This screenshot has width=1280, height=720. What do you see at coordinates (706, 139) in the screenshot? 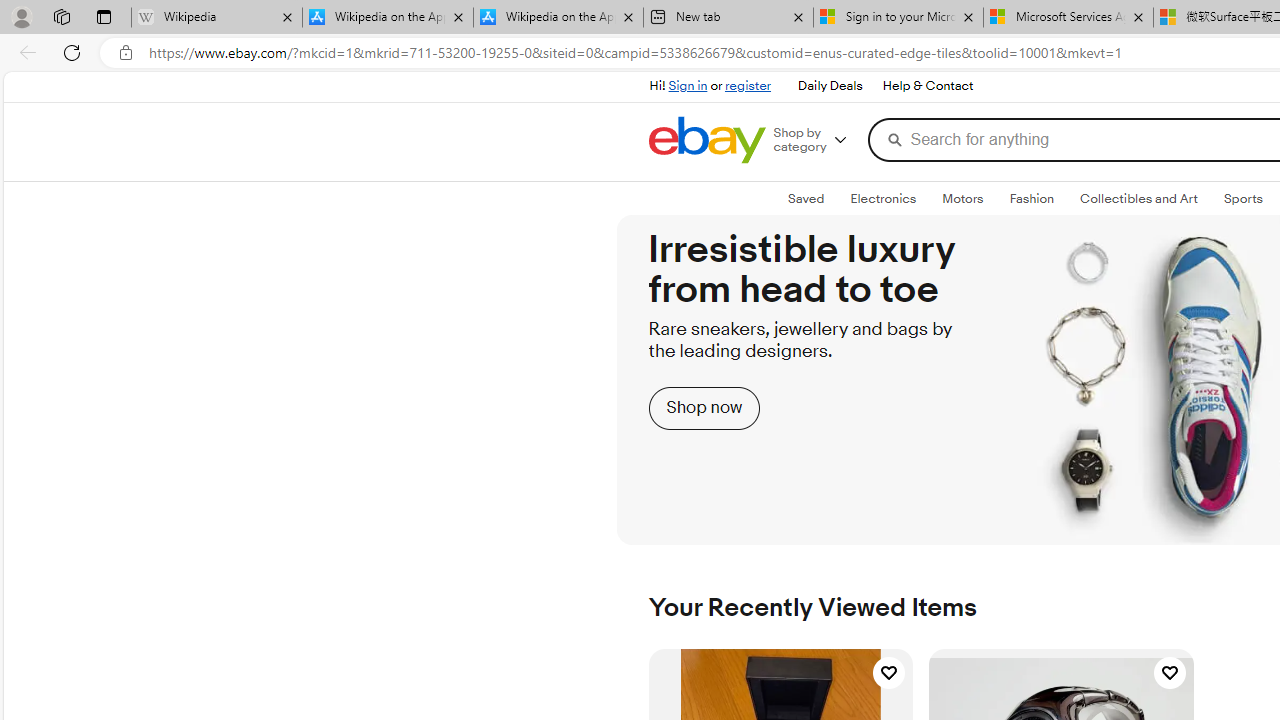
I see `'eBay Home'` at bounding box center [706, 139].